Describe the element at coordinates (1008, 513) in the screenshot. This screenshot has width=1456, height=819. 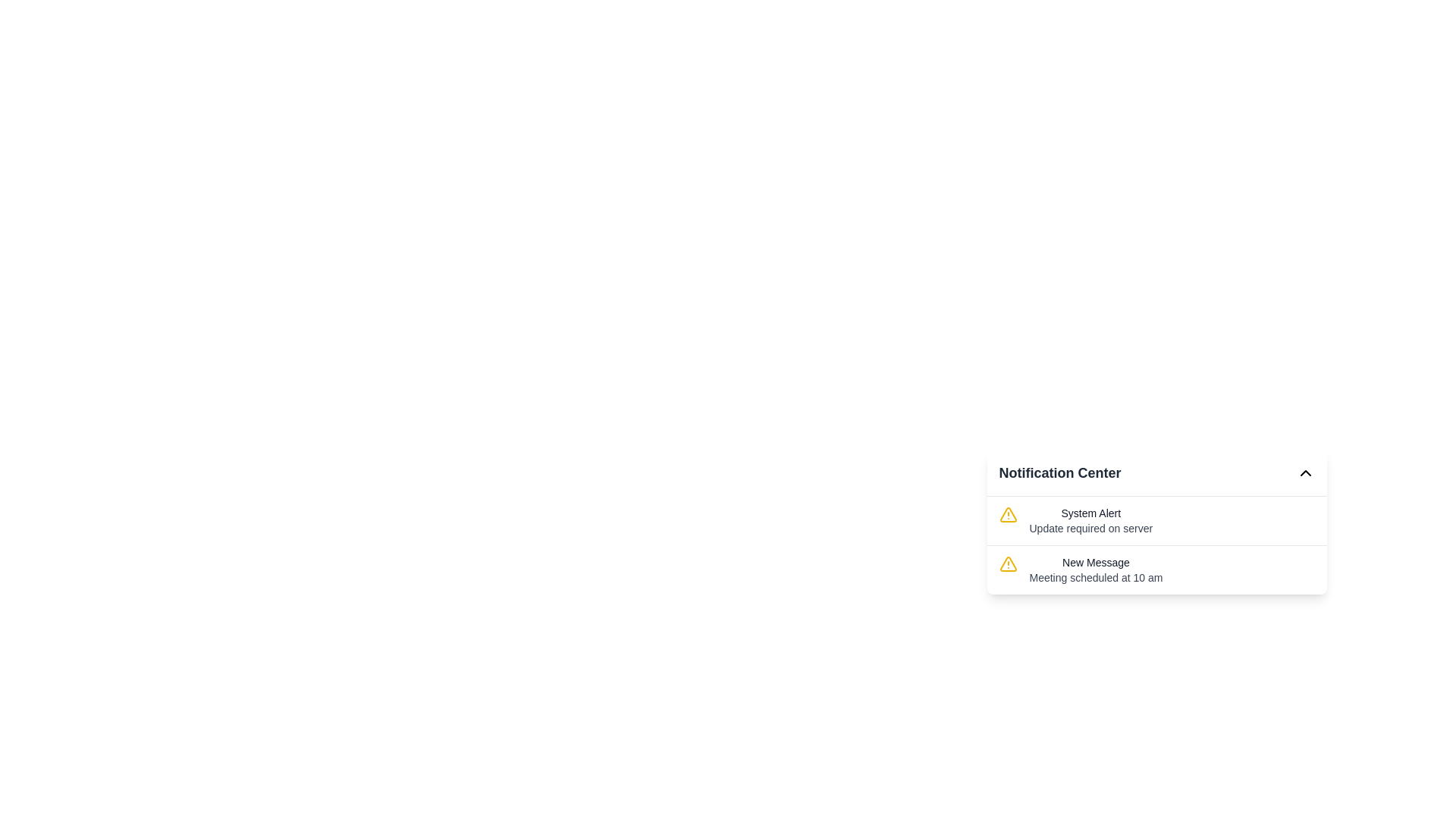
I see `the warning icon at the start of the 'System Alert' notification item, which indicates an alert about 'Update required on server.'` at that location.